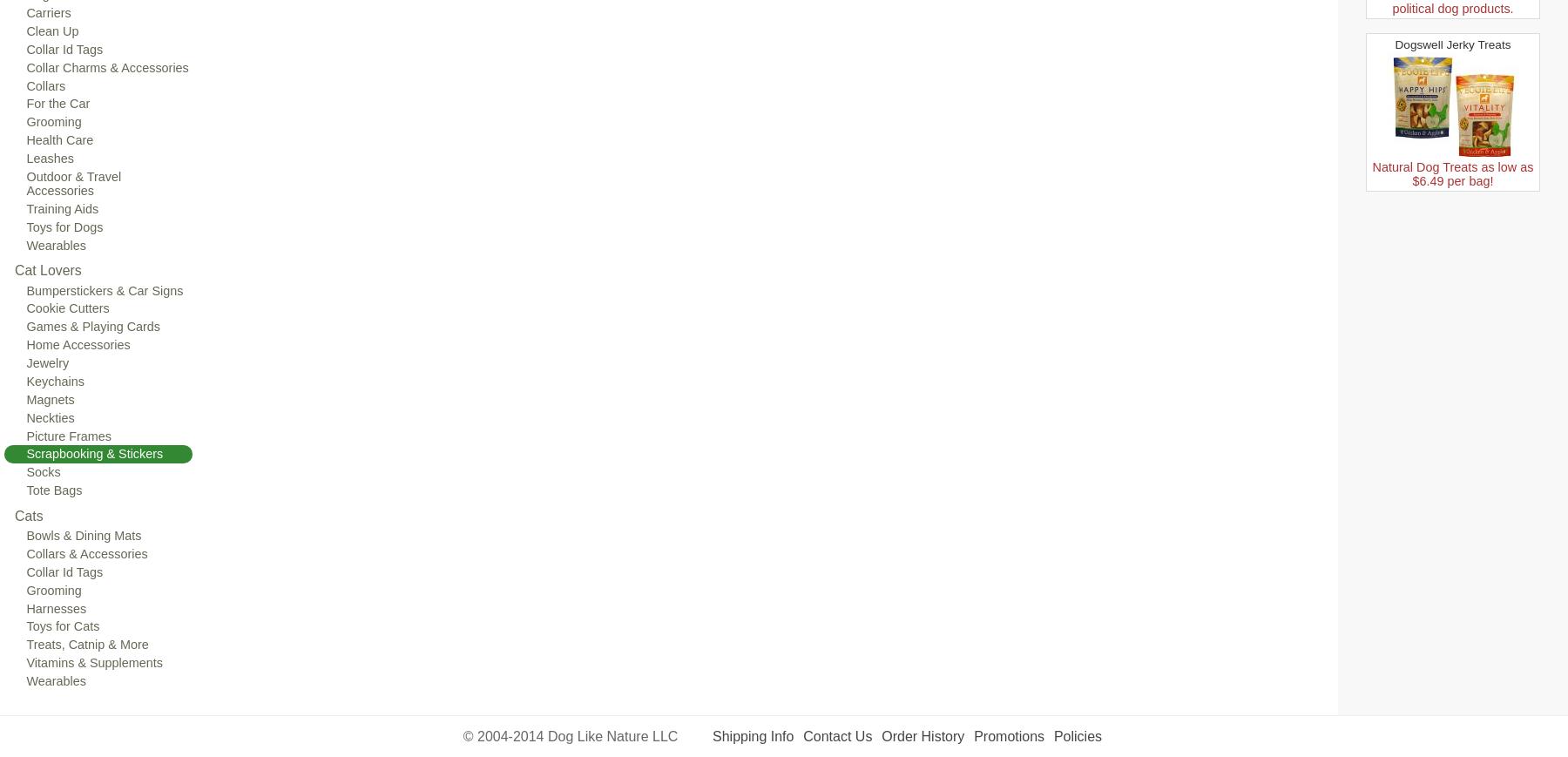  I want to click on 'Bowls & Dining Mats', so click(25, 535).